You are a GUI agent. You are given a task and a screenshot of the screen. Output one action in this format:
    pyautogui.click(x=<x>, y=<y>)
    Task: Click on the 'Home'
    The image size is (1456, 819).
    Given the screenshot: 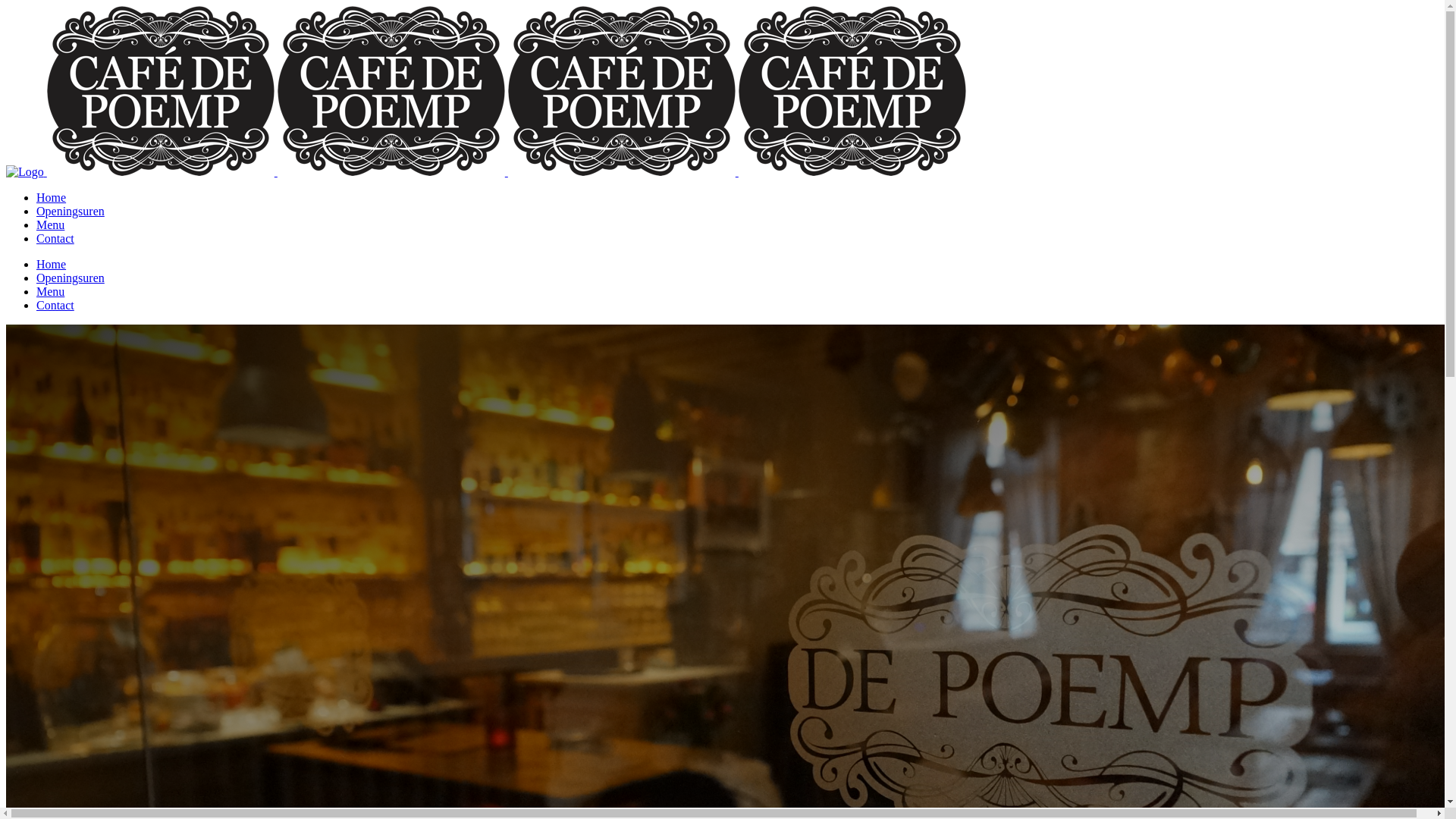 What is the action you would take?
    pyautogui.click(x=51, y=263)
    